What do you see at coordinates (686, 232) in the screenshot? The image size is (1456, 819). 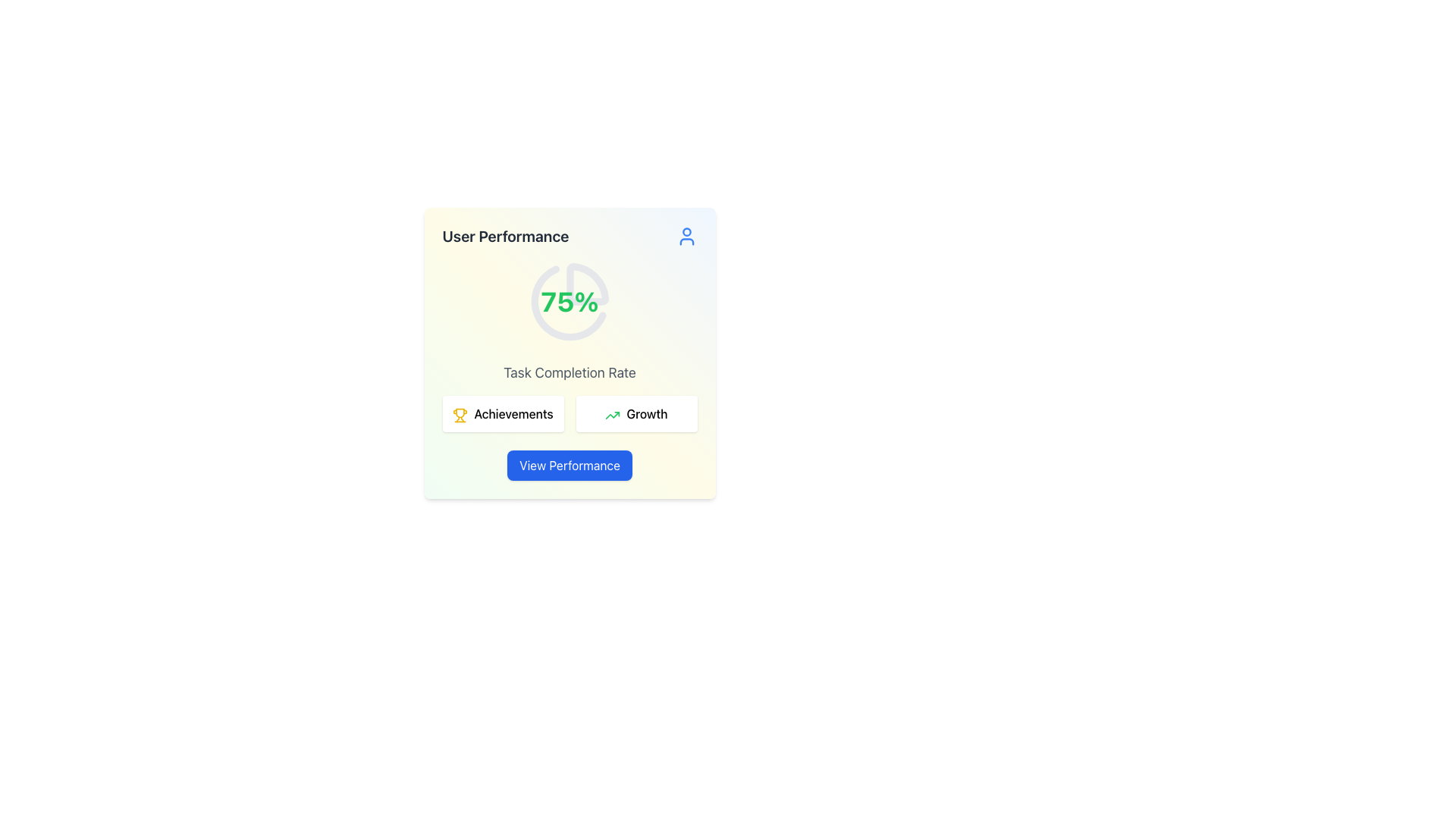 I see `the circular graphic element that forms the head of the user icon located at the top-right corner of the interface` at bounding box center [686, 232].